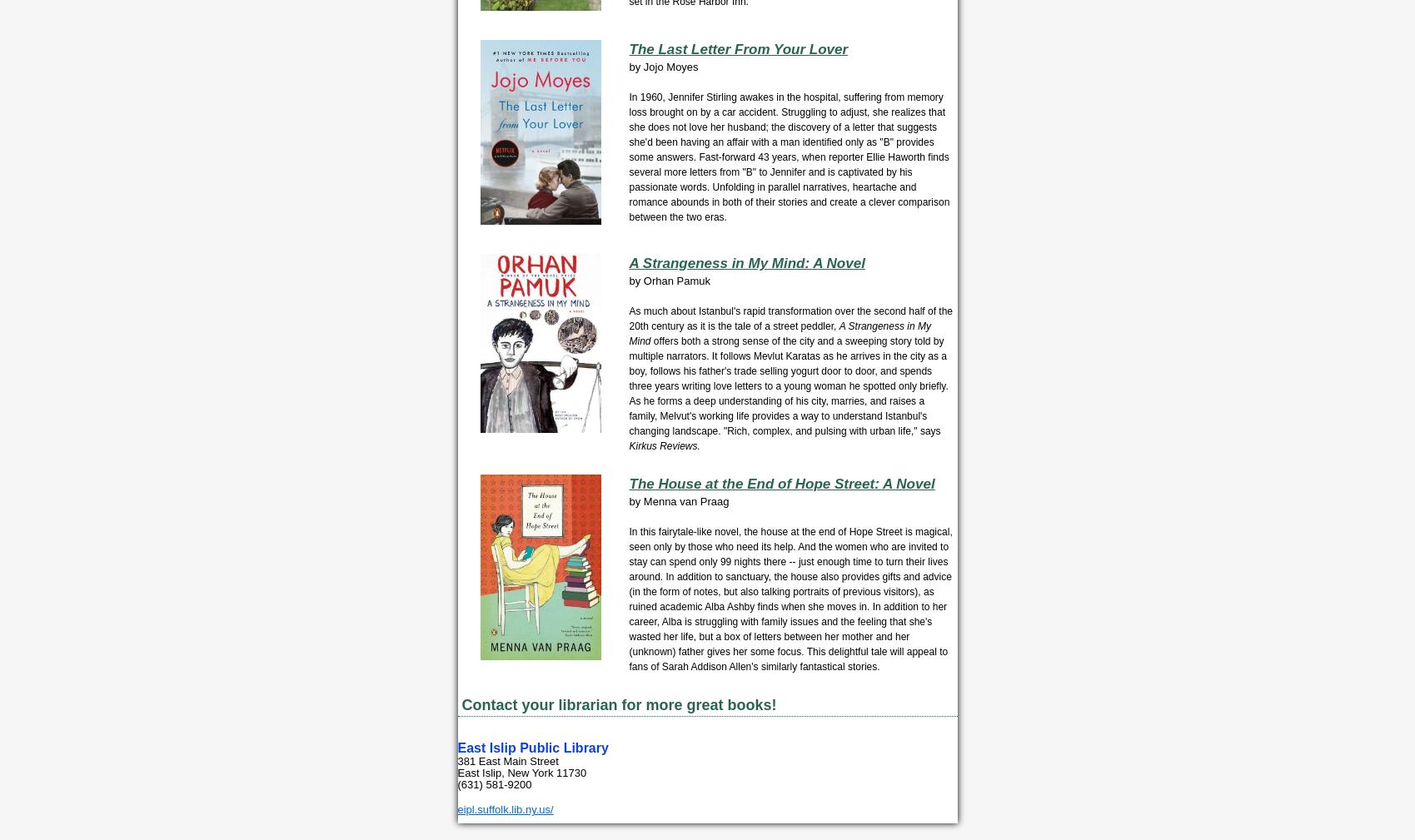  What do you see at coordinates (685, 501) in the screenshot?
I see `'Menna van Praag'` at bounding box center [685, 501].